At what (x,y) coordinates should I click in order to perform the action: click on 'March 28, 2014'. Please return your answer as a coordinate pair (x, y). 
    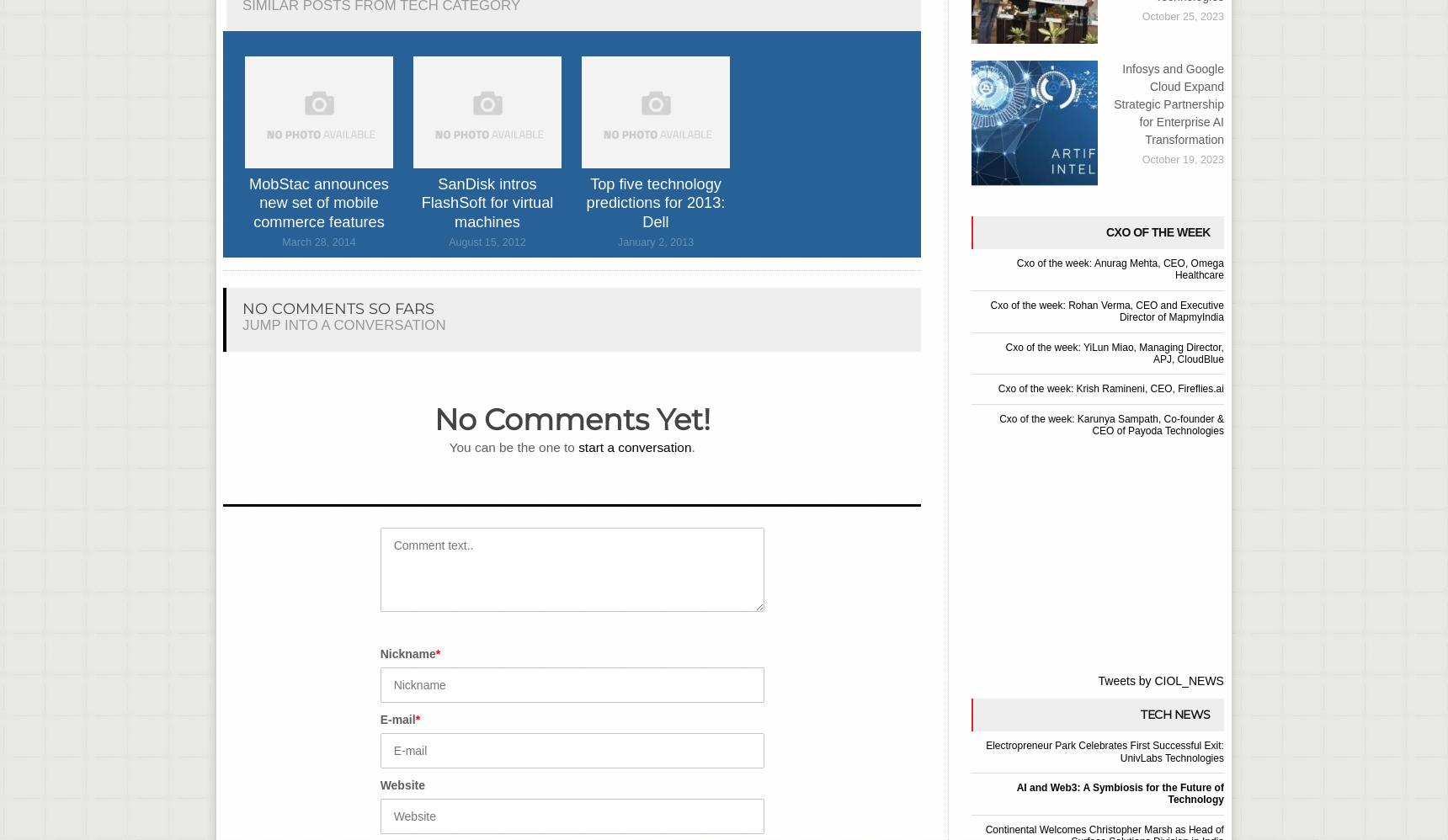
    Looking at the image, I should click on (318, 242).